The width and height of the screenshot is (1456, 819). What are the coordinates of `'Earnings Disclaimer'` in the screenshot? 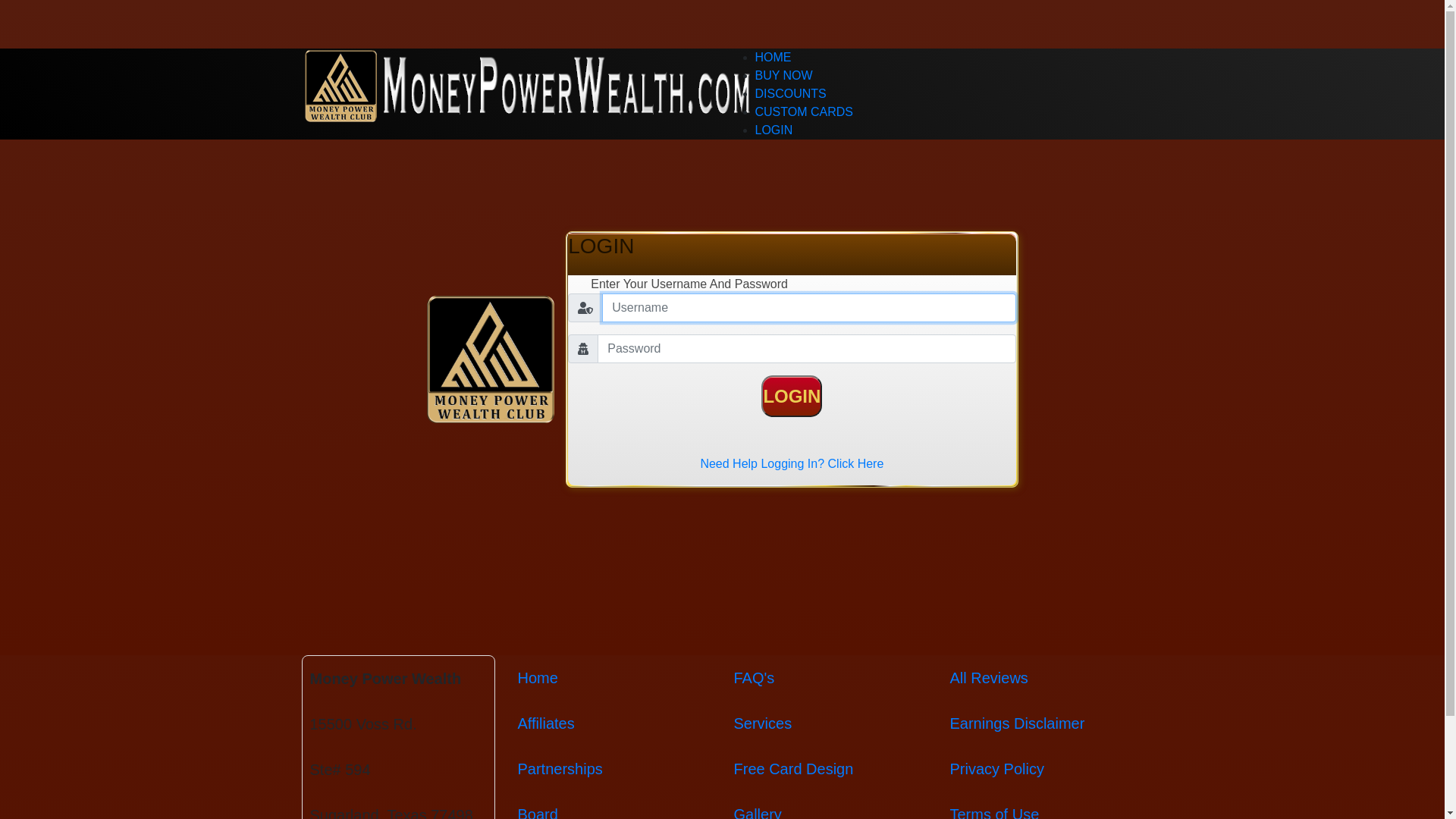 It's located at (1016, 722).